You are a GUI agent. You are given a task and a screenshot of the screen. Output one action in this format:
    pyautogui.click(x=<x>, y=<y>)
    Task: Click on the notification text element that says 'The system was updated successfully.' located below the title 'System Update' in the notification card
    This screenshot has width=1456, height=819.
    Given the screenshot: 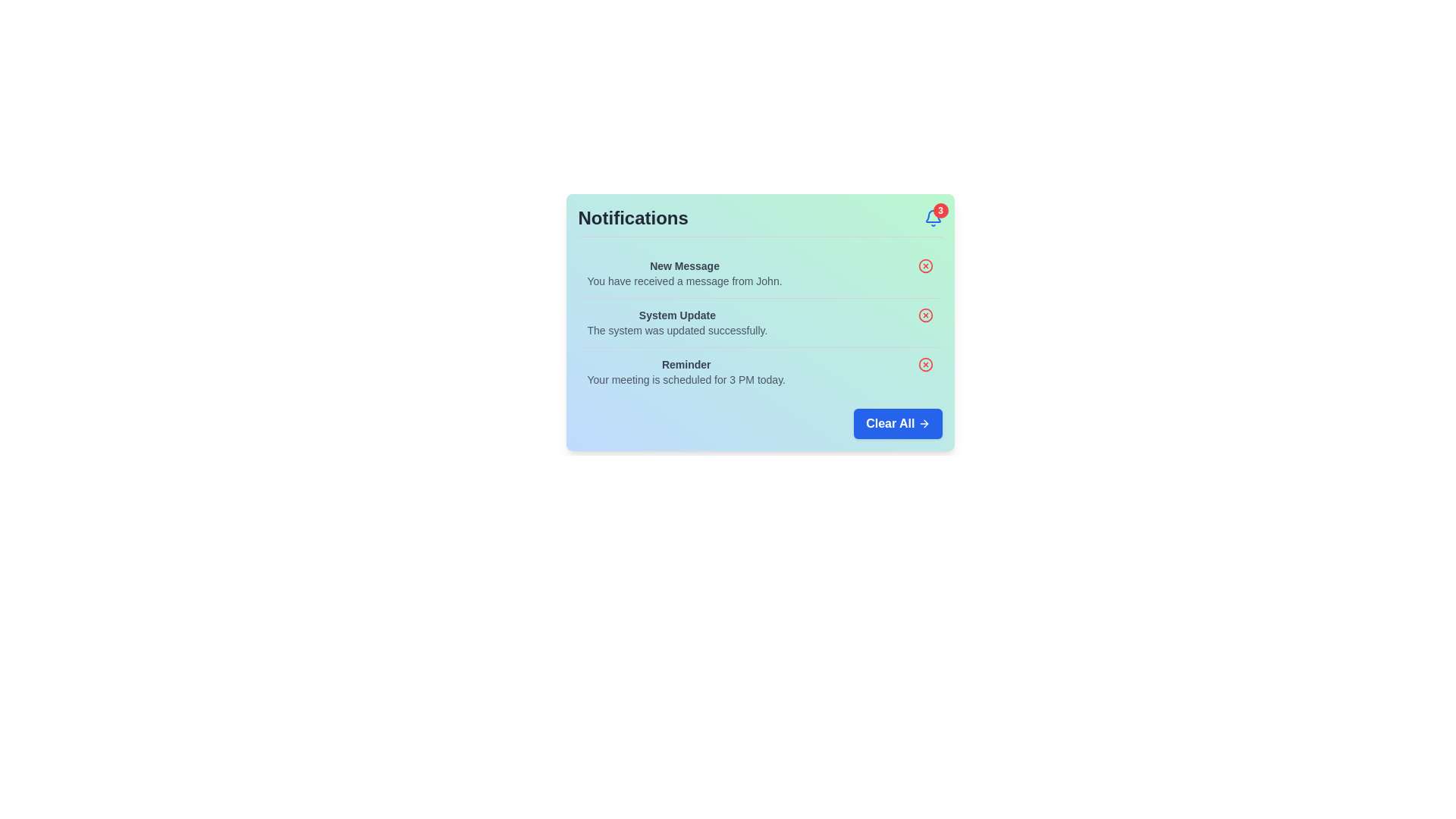 What is the action you would take?
    pyautogui.click(x=676, y=329)
    